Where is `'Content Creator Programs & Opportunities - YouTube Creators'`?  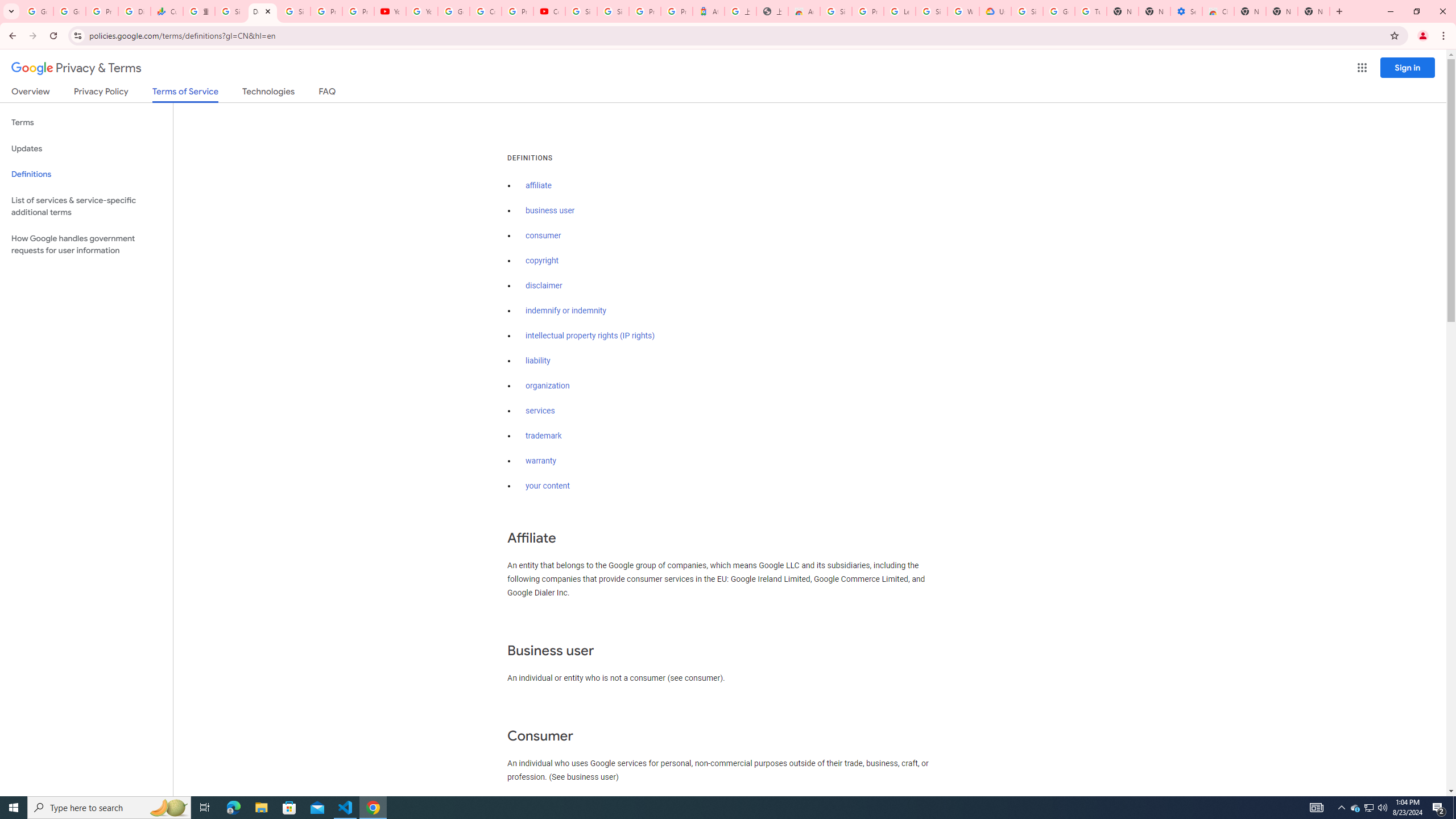
'Content Creator Programs & Opportunities - YouTube Creators' is located at coordinates (549, 11).